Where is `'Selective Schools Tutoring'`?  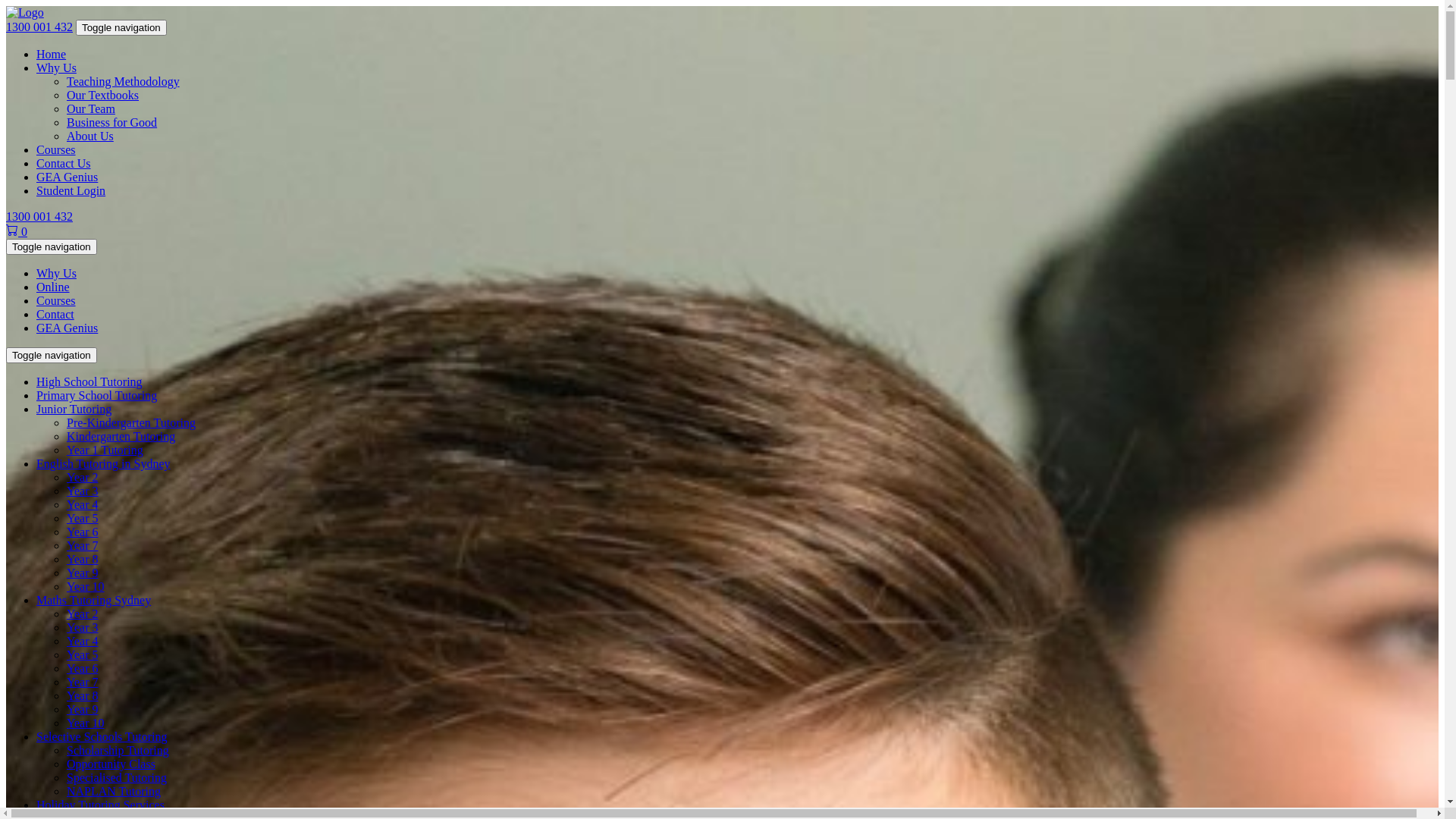 'Selective Schools Tutoring' is located at coordinates (36, 736).